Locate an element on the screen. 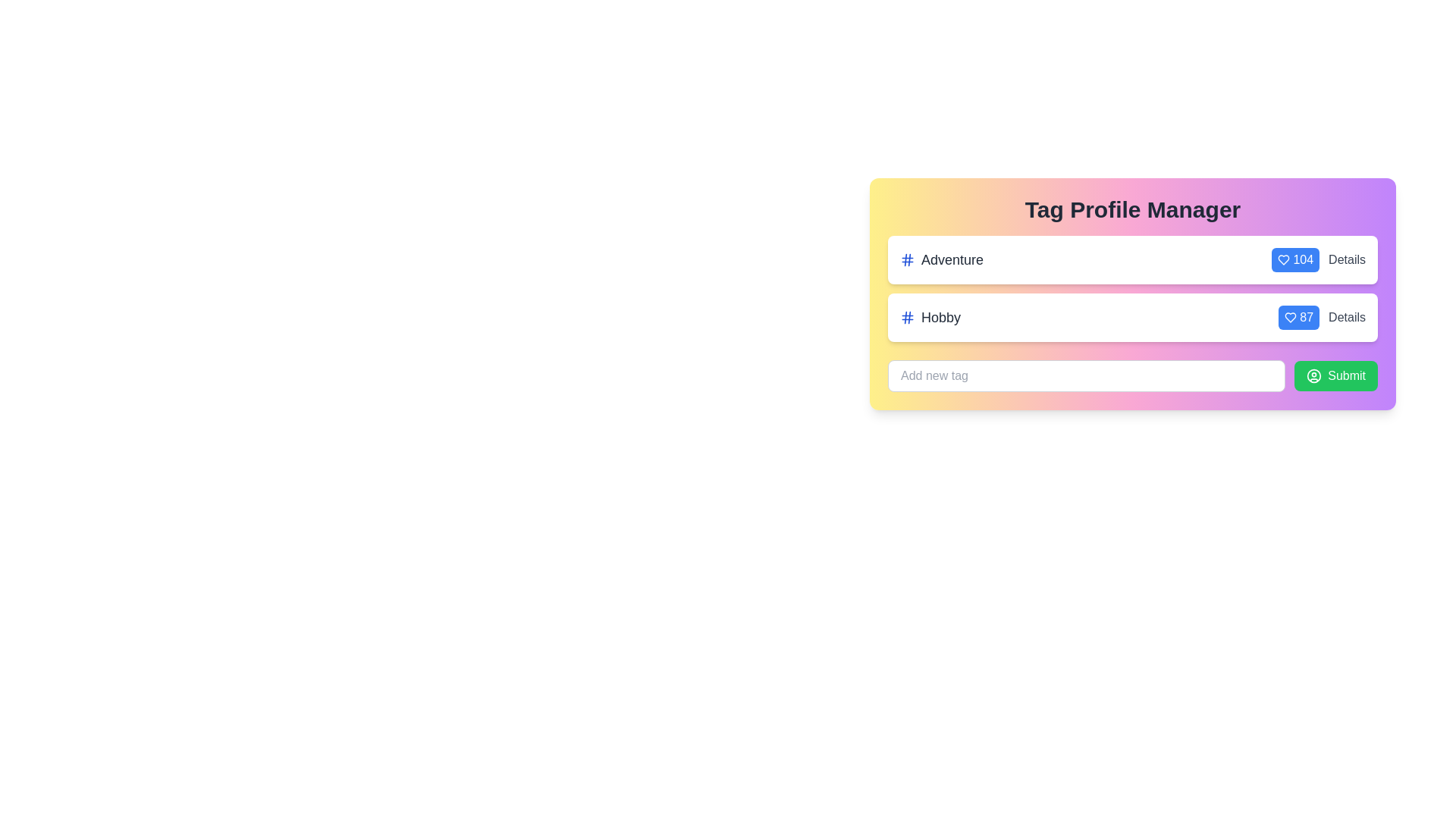 This screenshot has width=1456, height=819. the interactive text label reading 'Details' located at the far right of the first row, which transitions to a darker gray on hover, to potentially view additional context actions is located at coordinates (1347, 259).